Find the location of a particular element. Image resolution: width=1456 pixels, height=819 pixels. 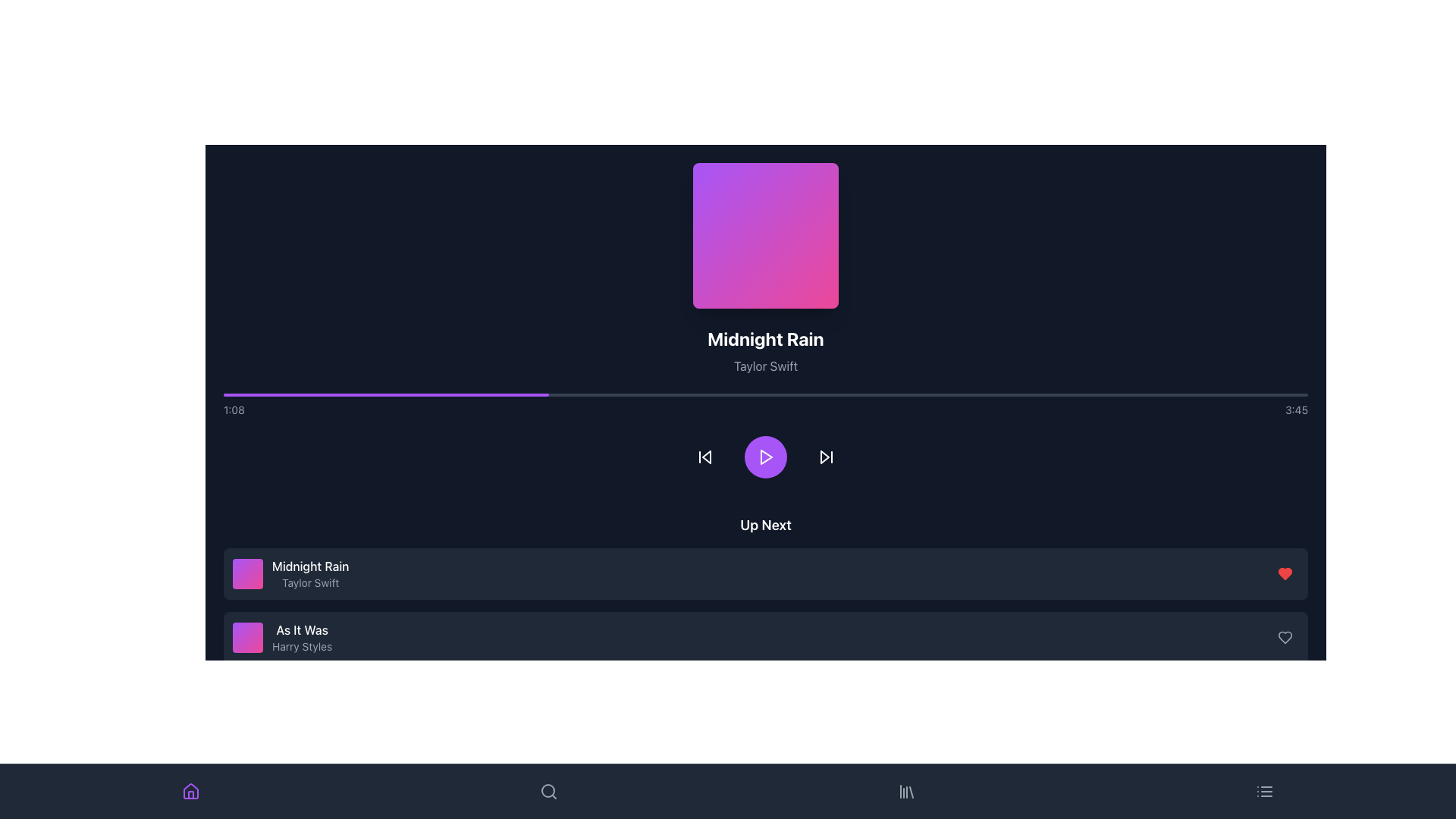

the circular purple button containing the triangular 'Play' icon for keyboard accessibility interactions is located at coordinates (765, 456).